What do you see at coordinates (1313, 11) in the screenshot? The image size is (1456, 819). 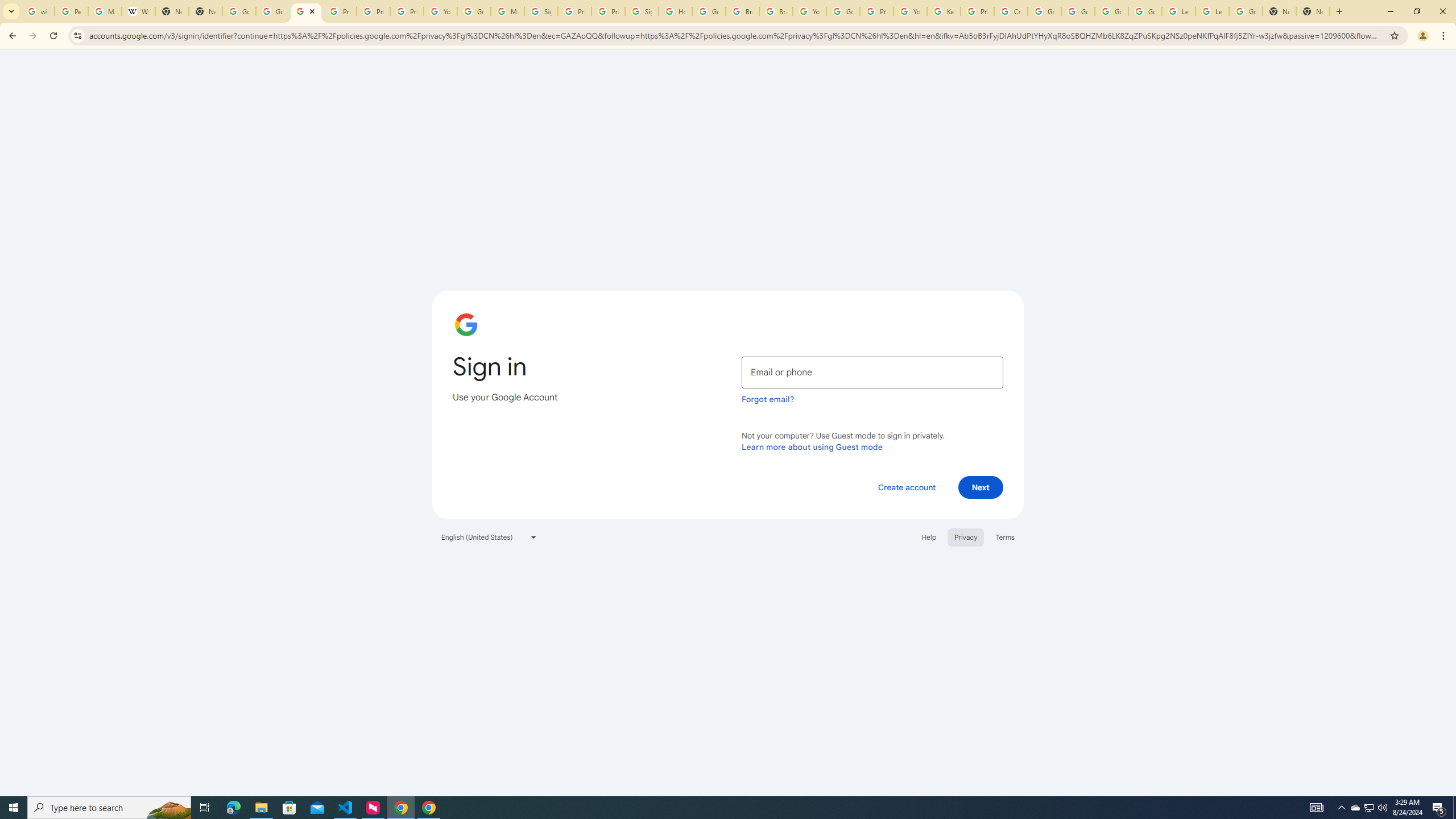 I see `'New Tab'` at bounding box center [1313, 11].